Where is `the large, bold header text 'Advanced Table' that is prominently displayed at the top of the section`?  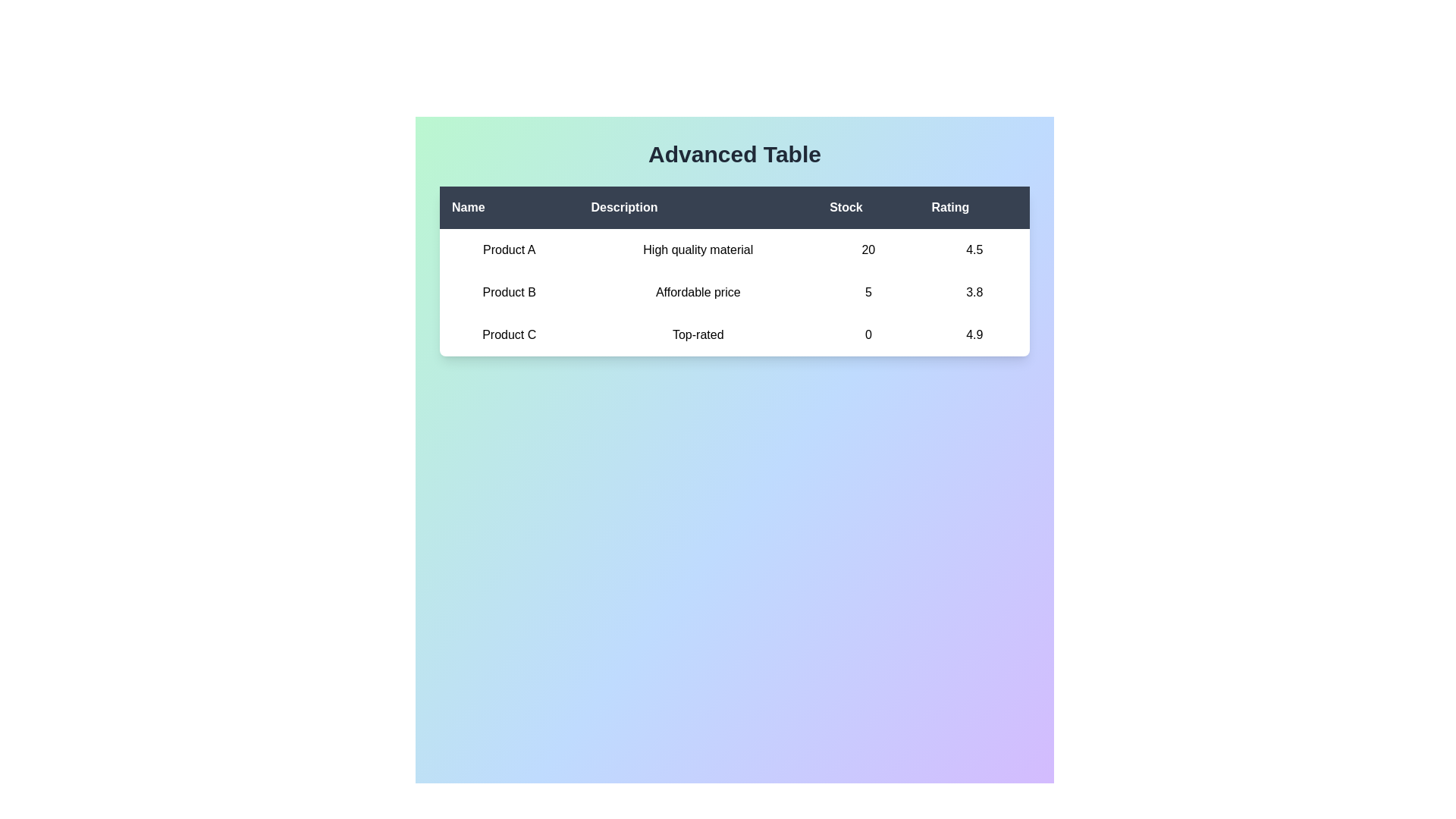
the large, bold header text 'Advanced Table' that is prominently displayed at the top of the section is located at coordinates (735, 155).